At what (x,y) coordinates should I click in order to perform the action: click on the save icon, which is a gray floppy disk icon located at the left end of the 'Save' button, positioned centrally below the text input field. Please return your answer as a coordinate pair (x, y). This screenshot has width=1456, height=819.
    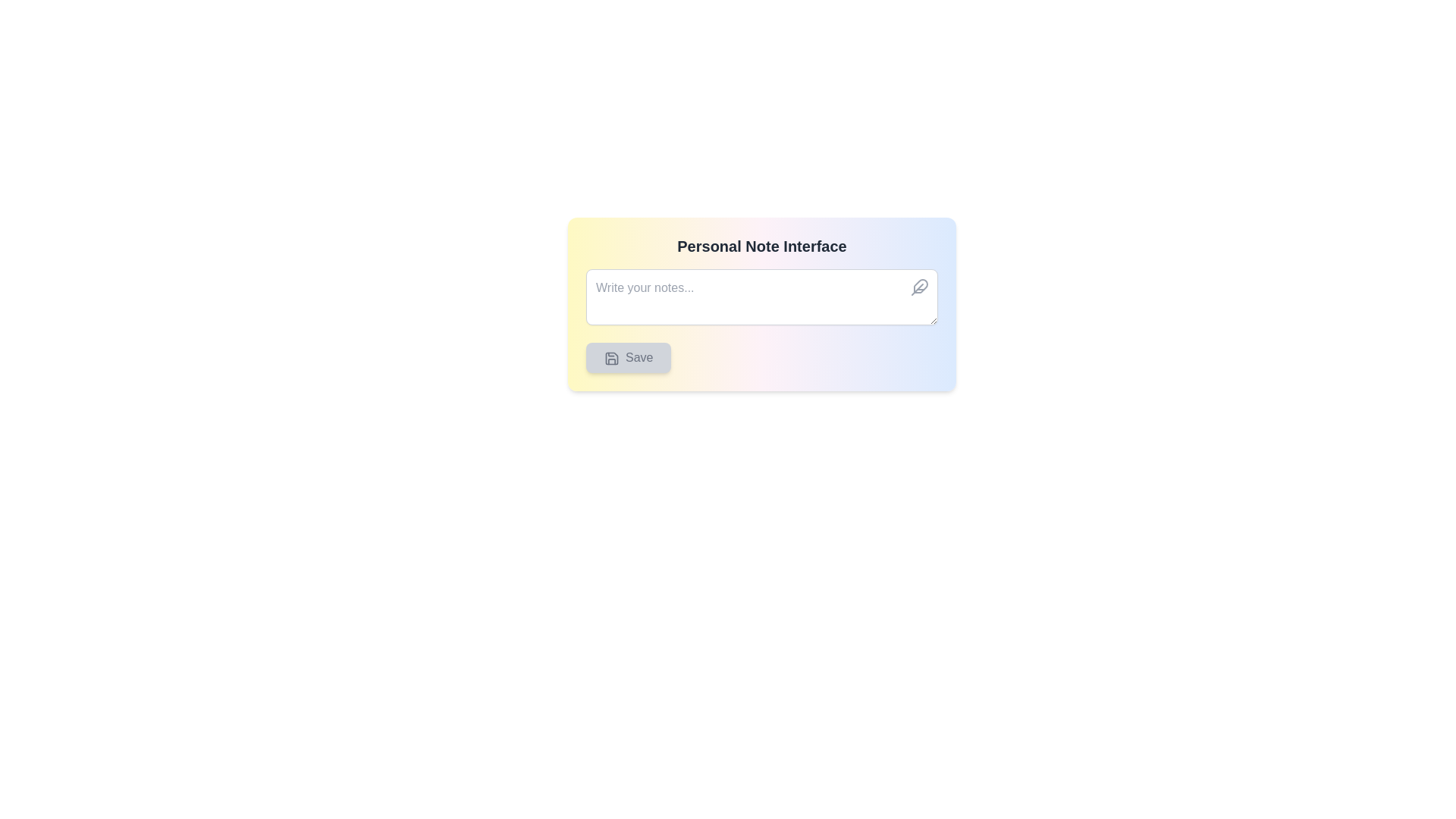
    Looking at the image, I should click on (611, 357).